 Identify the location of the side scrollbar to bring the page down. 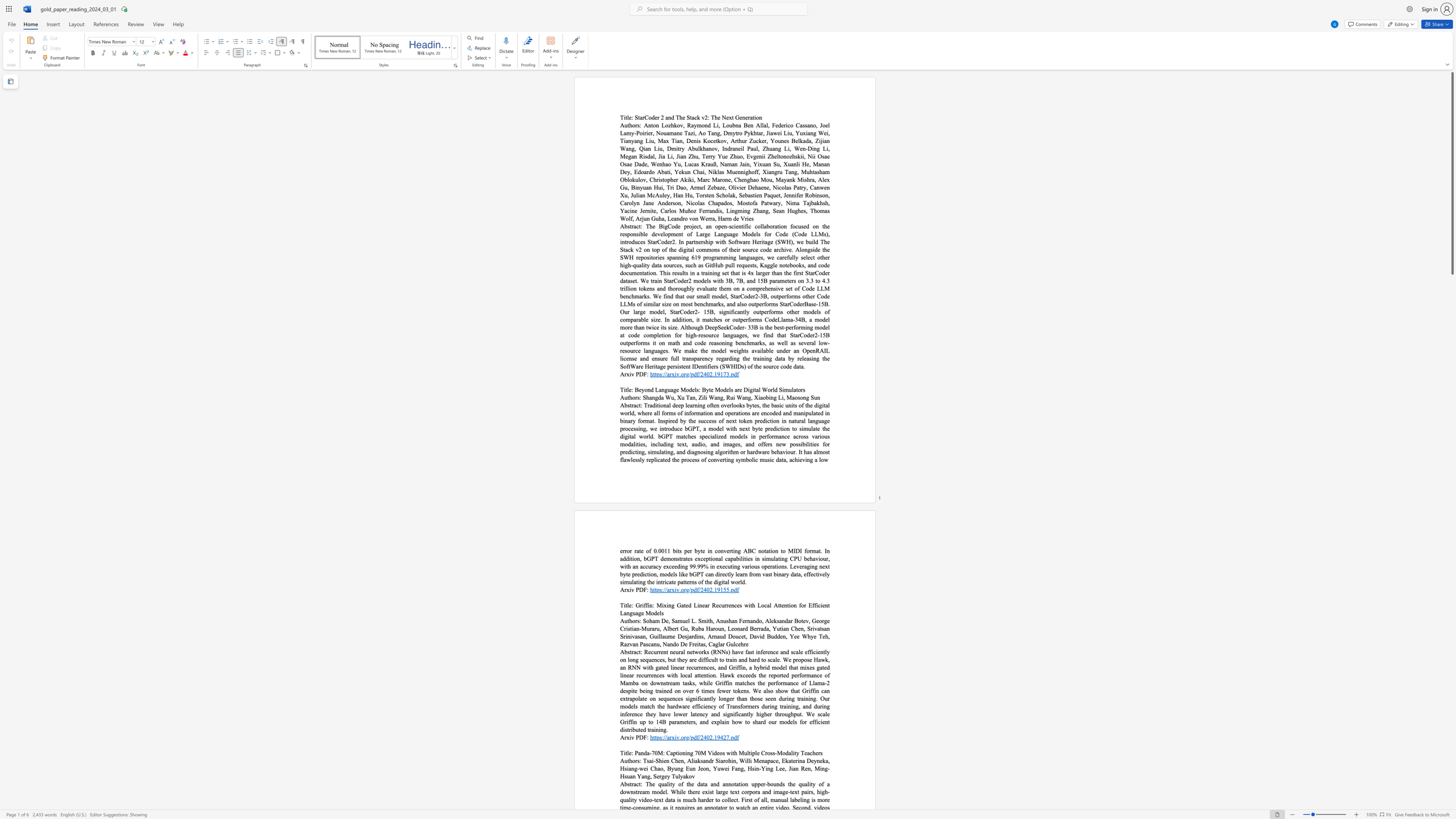
(1451, 727).